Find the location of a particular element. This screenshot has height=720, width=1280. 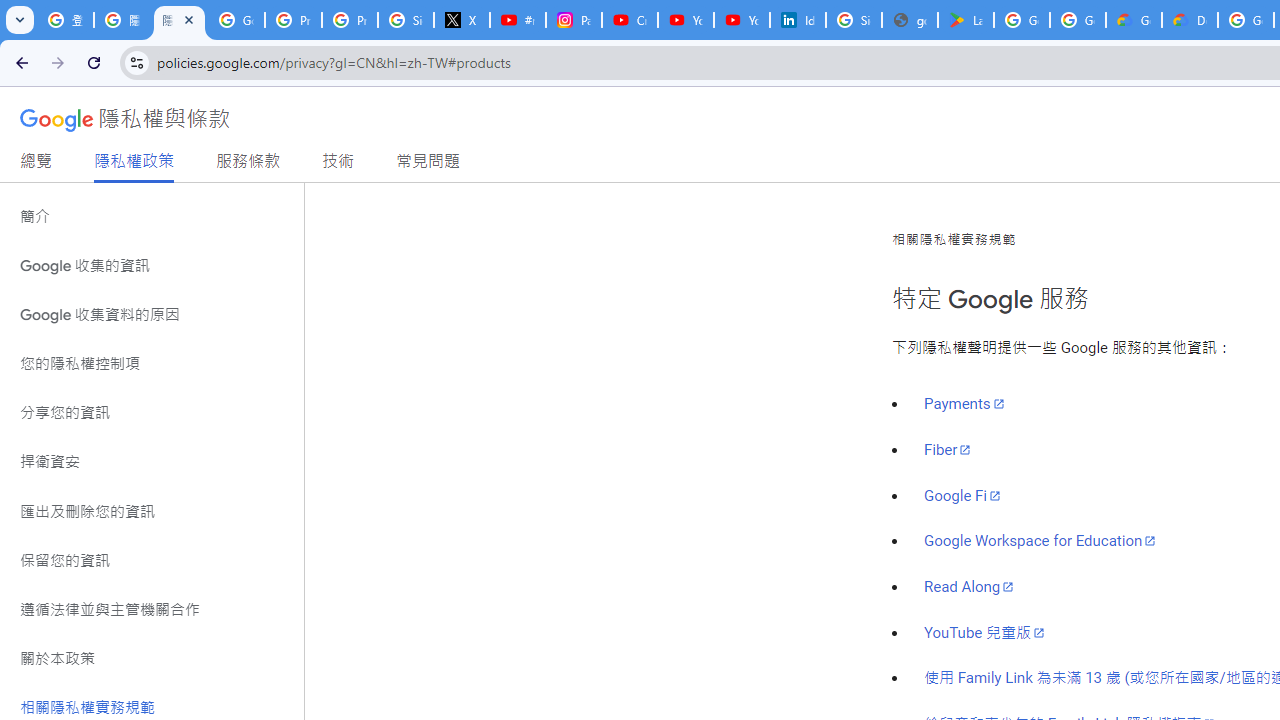

'Government | Google Cloud' is located at coordinates (1134, 20).